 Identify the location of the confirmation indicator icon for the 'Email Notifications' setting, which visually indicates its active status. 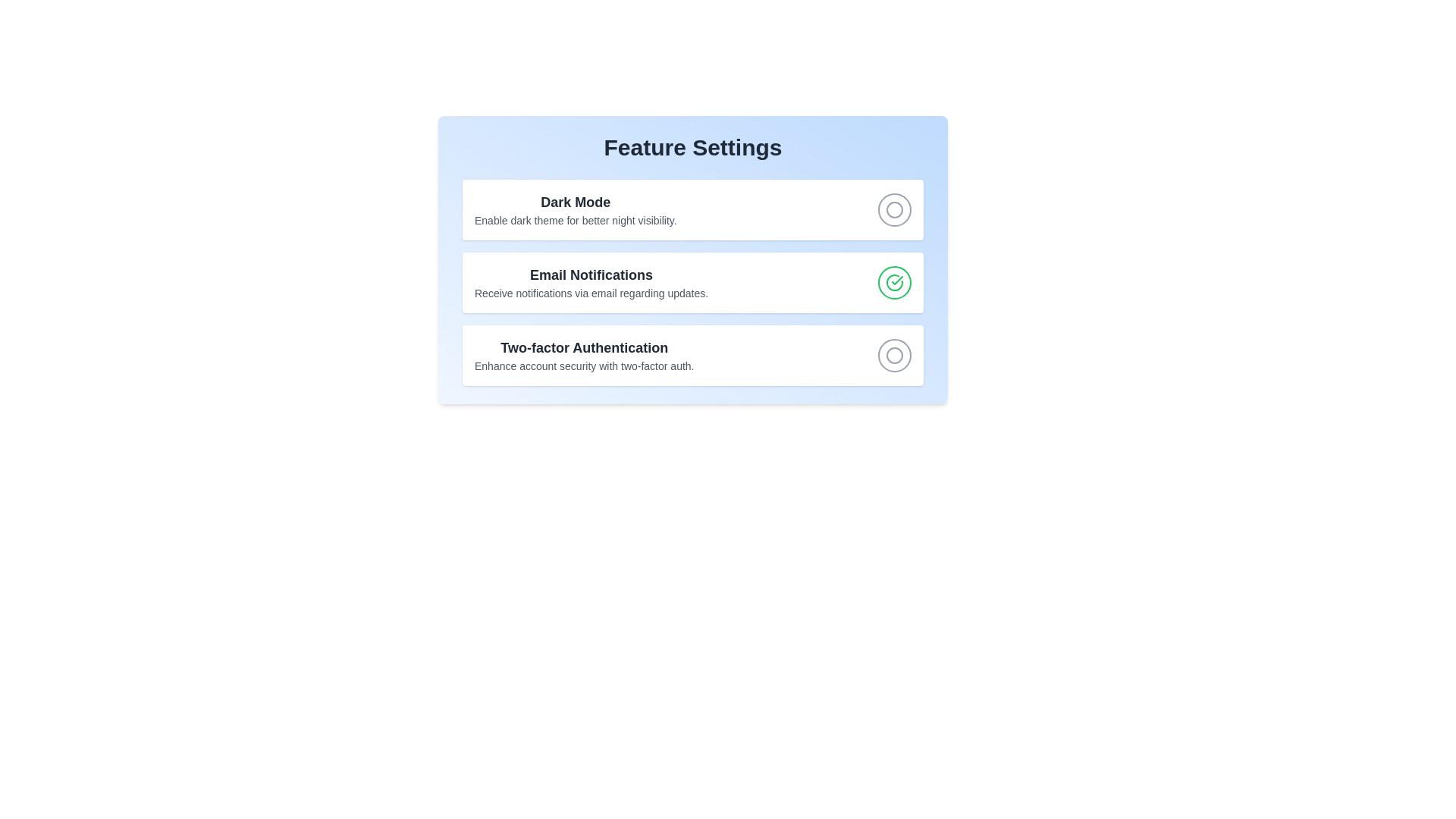
(895, 283).